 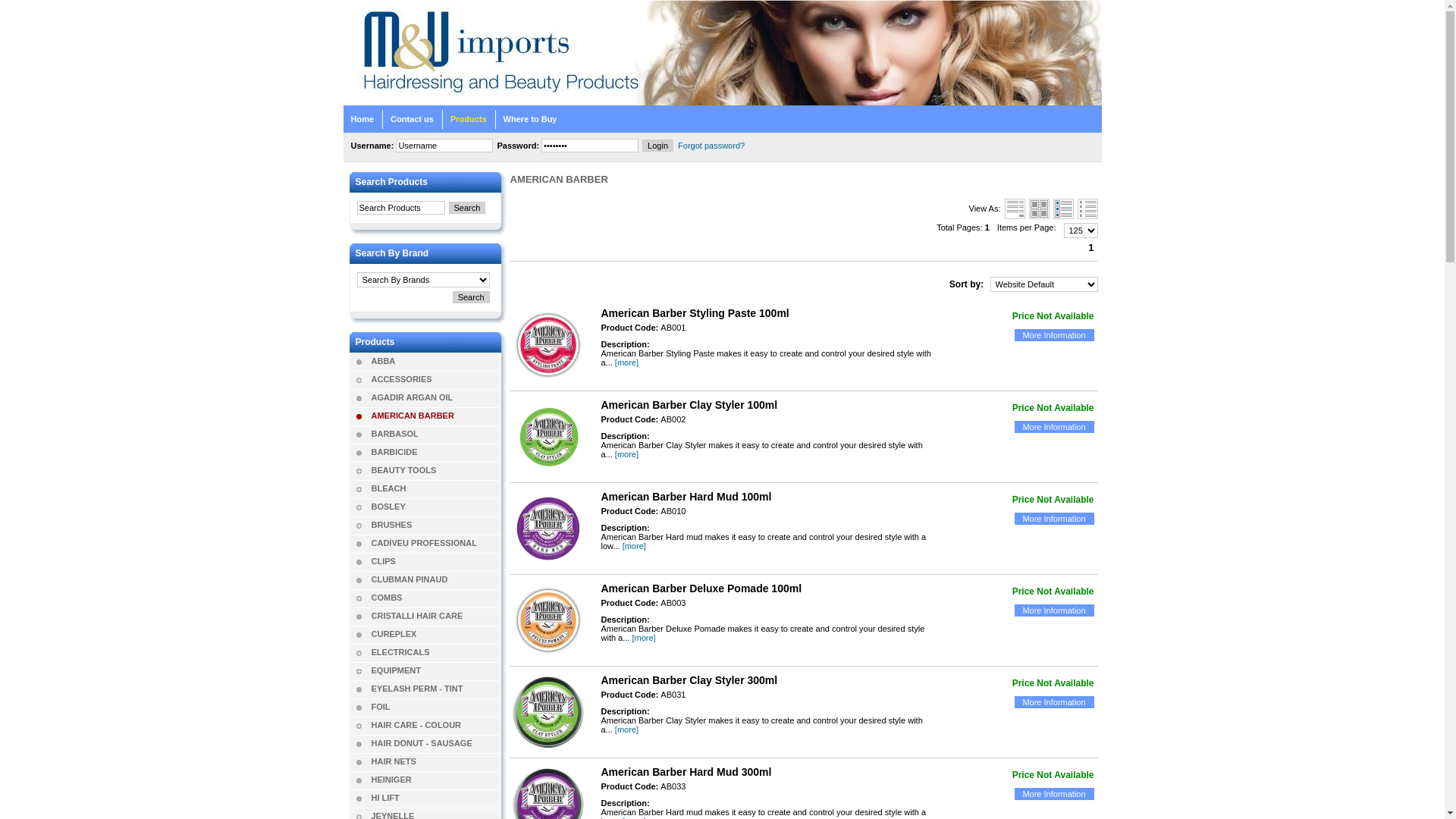 I want to click on 'Products', so click(x=468, y=118).